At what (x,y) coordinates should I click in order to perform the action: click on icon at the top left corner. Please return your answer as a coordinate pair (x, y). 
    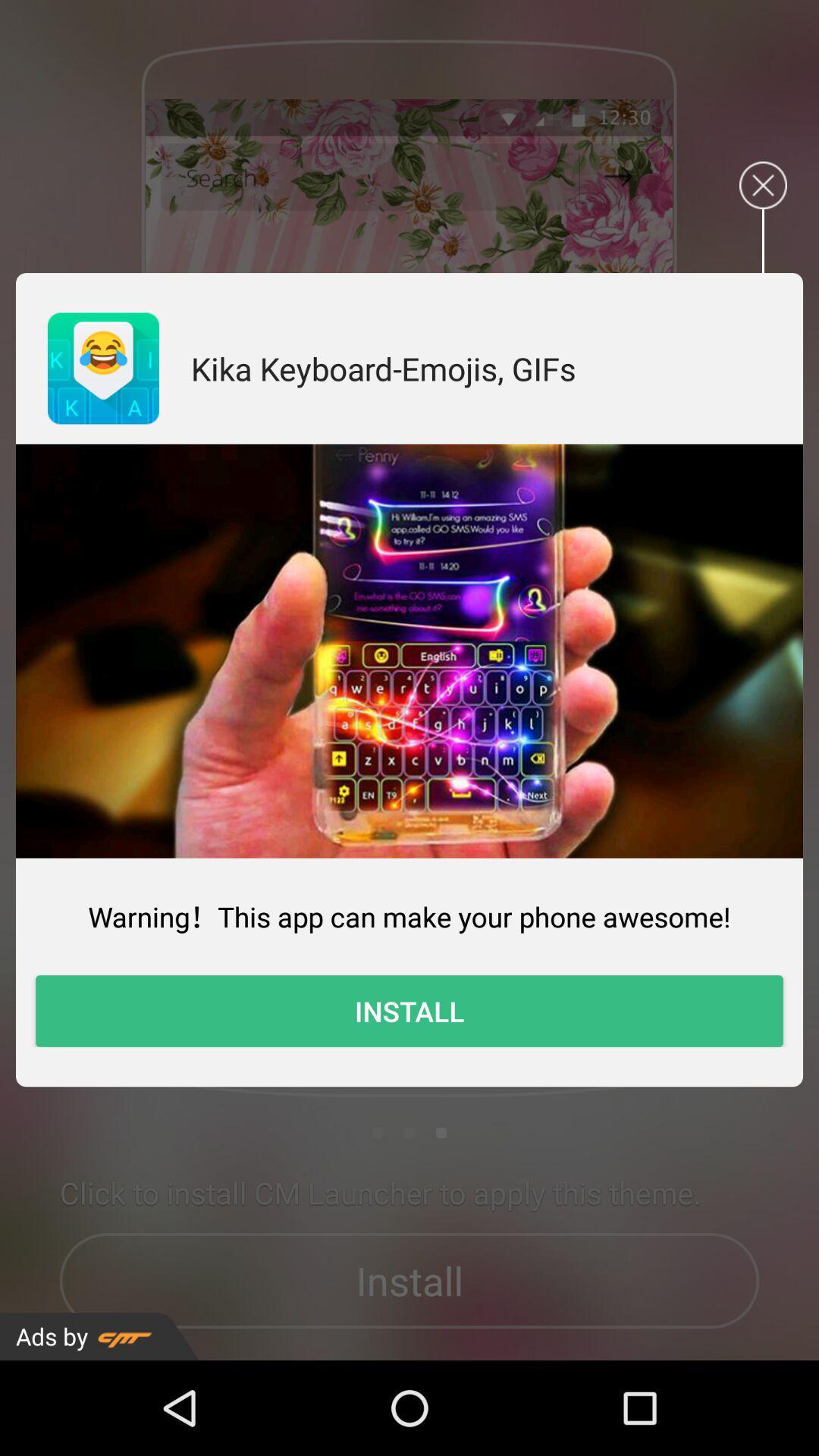
    Looking at the image, I should click on (102, 368).